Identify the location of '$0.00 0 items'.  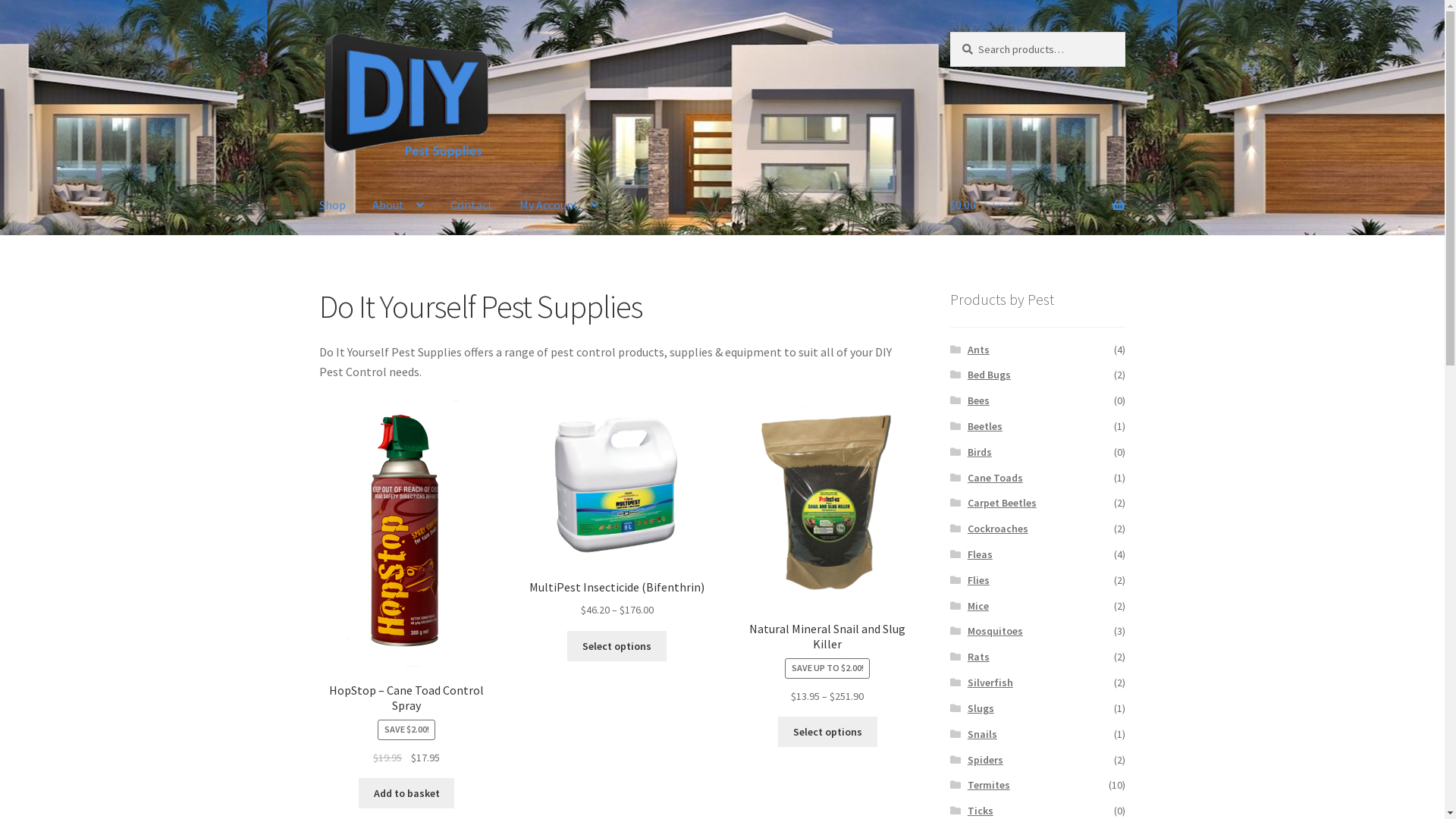
(1037, 205).